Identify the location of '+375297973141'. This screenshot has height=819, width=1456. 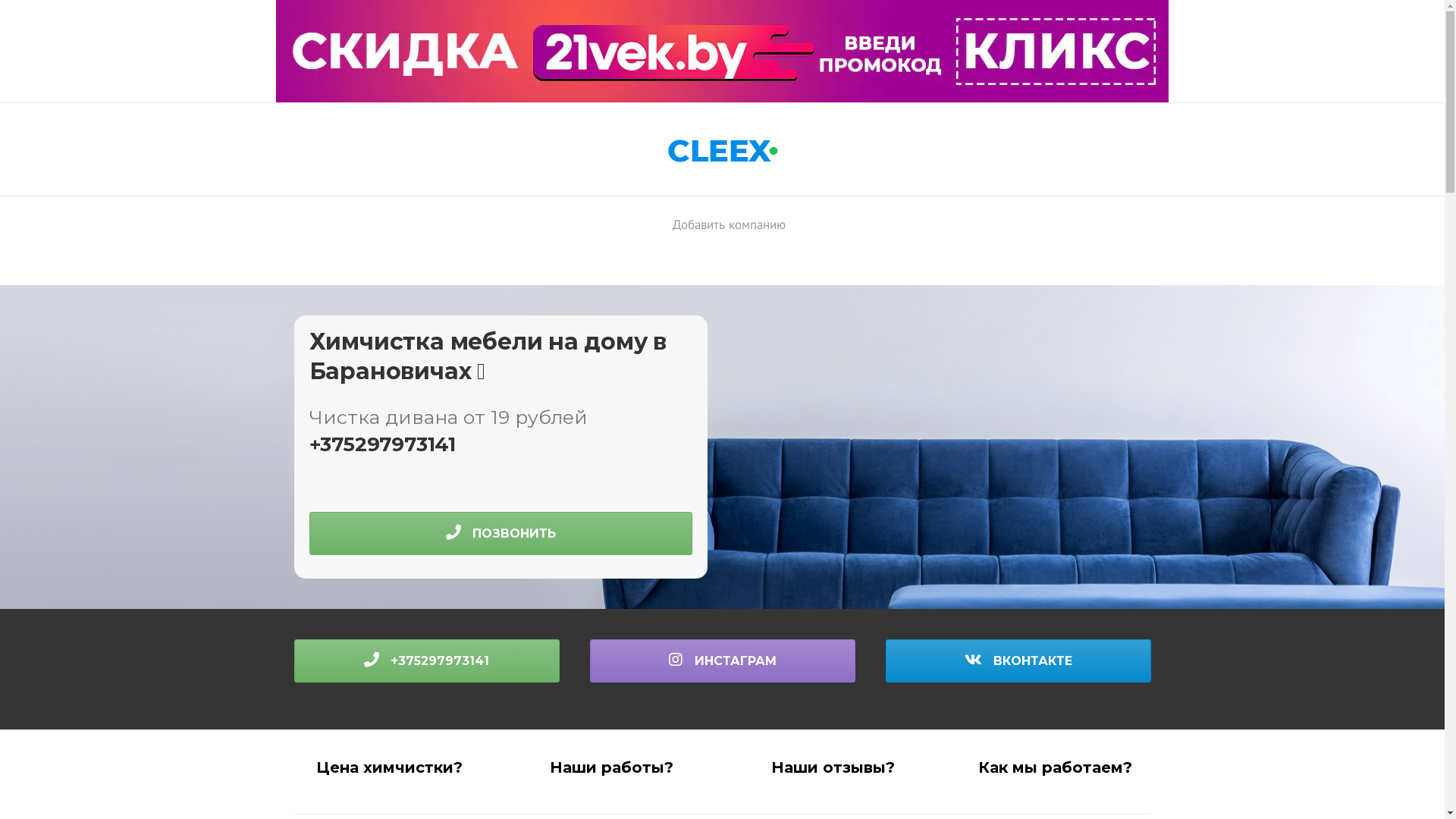
(425, 660).